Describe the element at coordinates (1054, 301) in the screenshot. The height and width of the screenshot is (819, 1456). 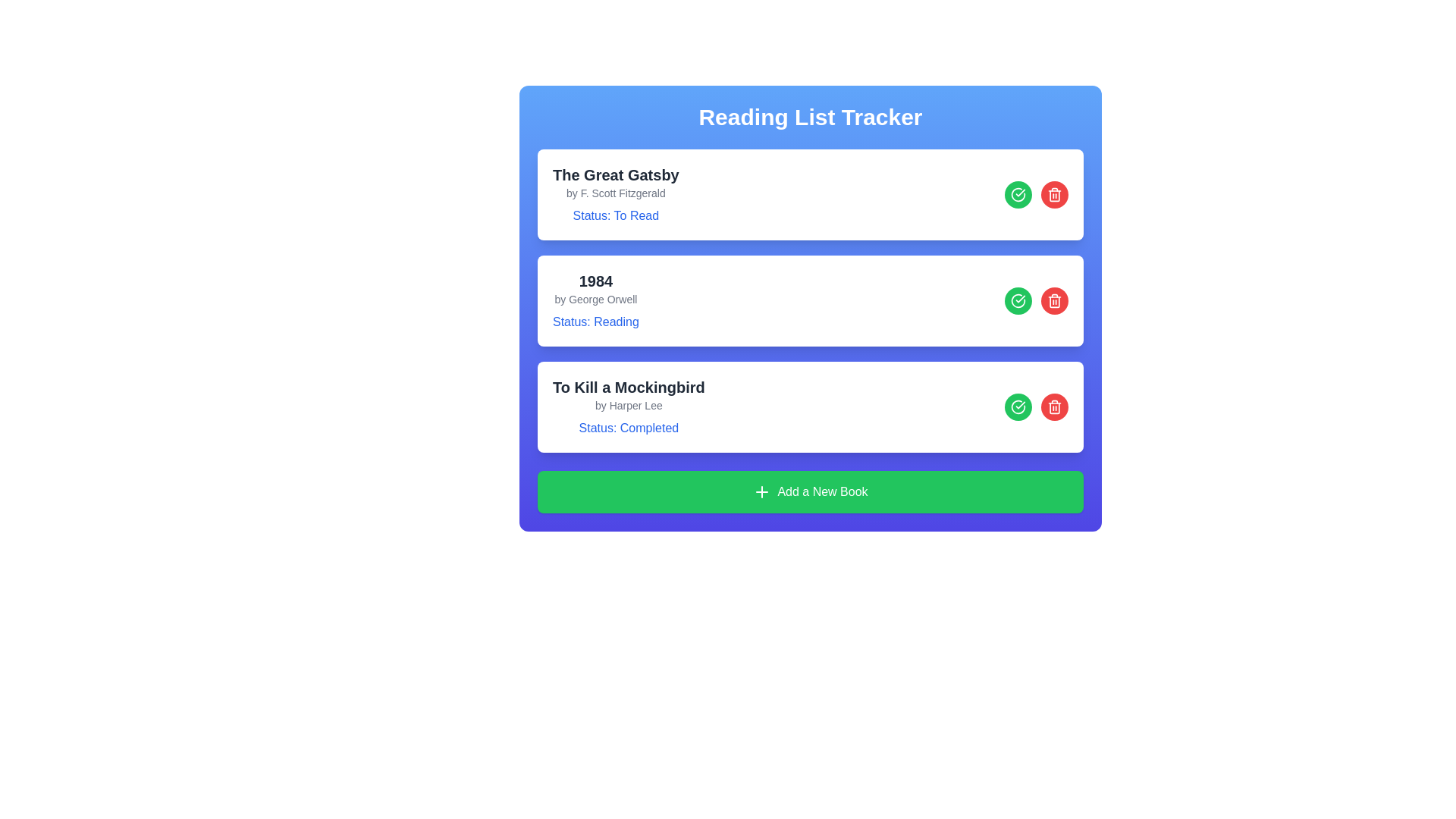
I see `the delete icon button for the book entry '1984'` at that location.